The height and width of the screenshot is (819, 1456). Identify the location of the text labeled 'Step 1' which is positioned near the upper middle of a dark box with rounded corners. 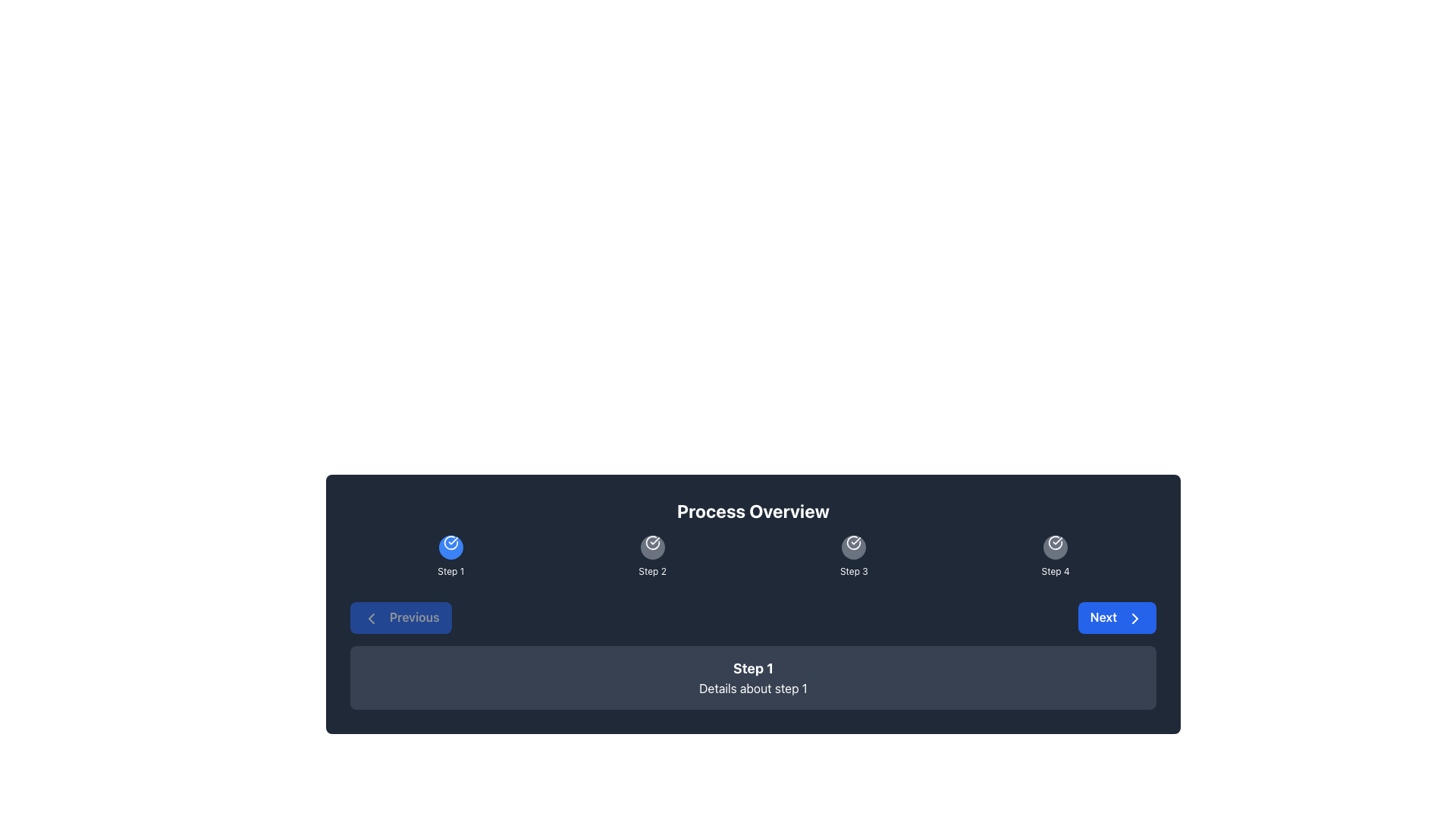
(753, 667).